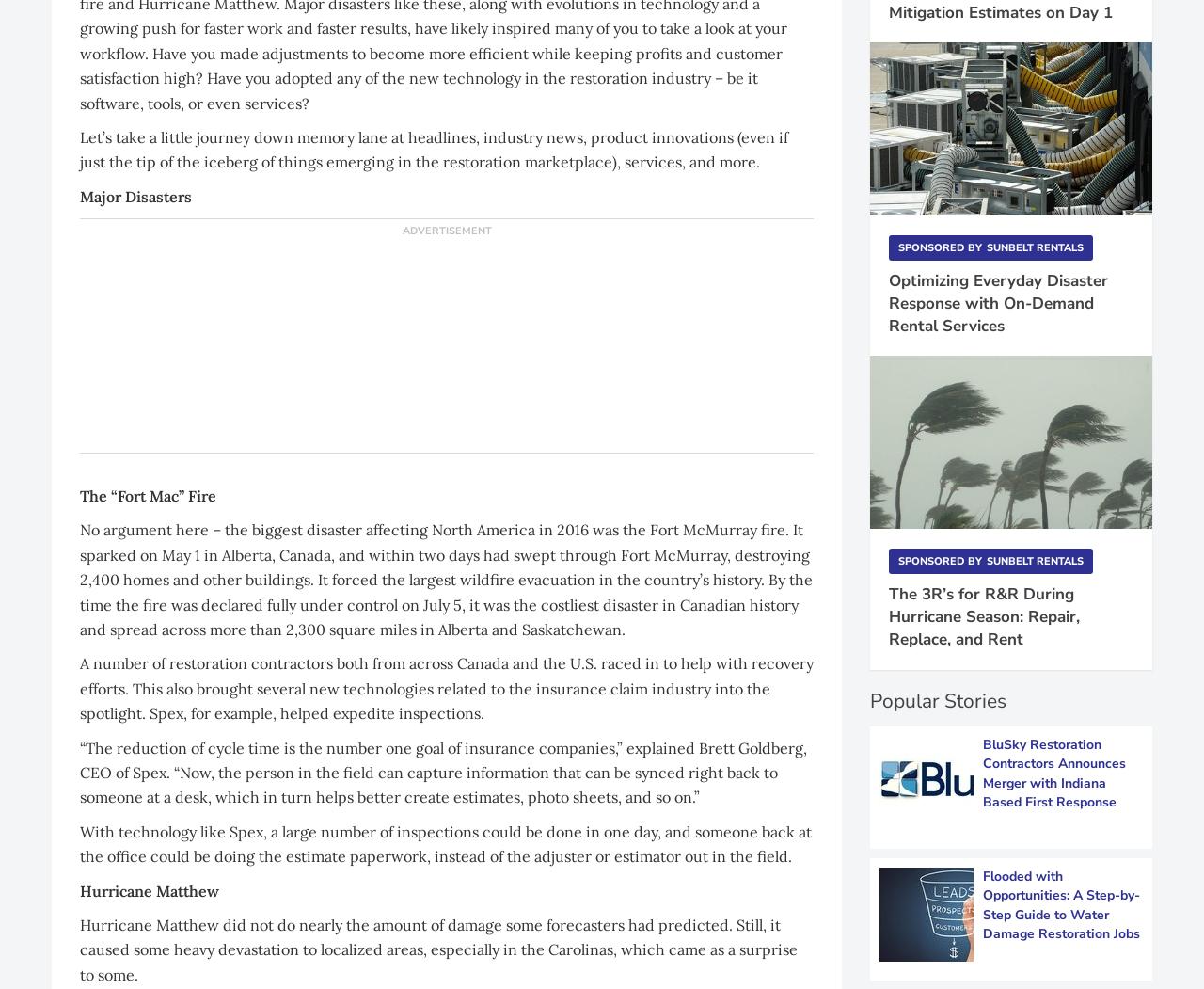 The width and height of the screenshot is (1204, 989). I want to click on 'A number of restoration contractors both from across Canada and the U.S. raced in to help with recovery efforts. This also brought several new technologies related to the insurance claim industry into the spotlight. Spex, for example, helped expedite inspections.', so click(446, 688).